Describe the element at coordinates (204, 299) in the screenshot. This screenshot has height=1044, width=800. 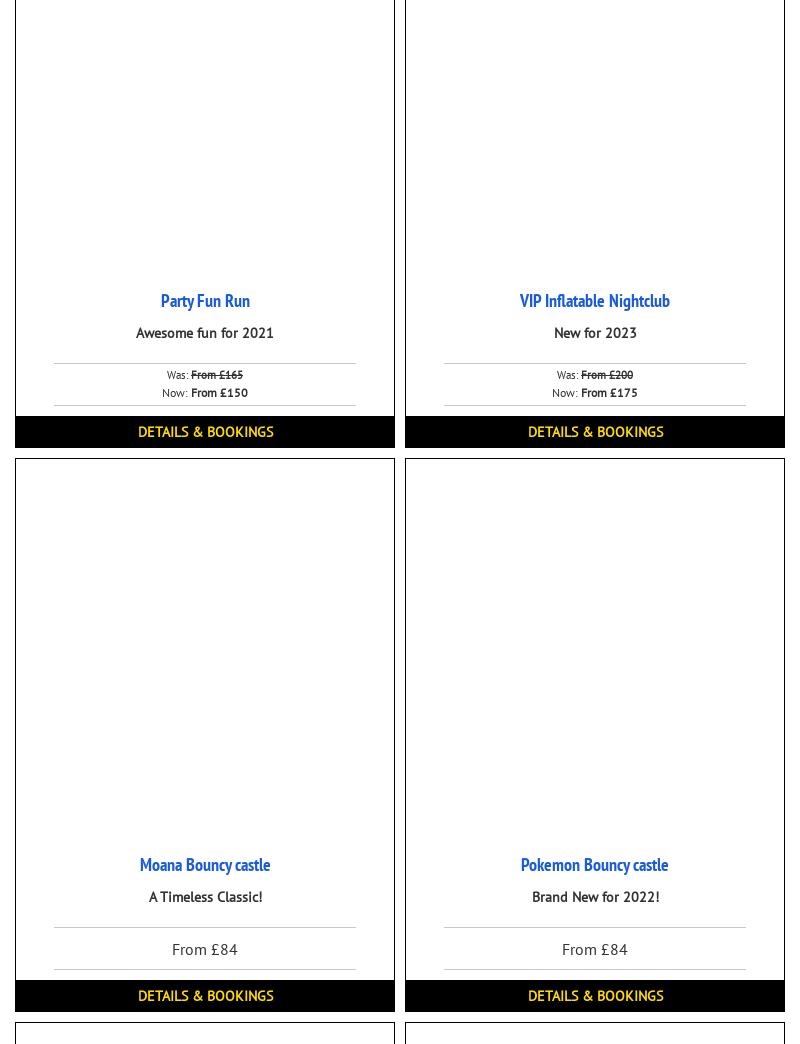
I see `'Party Fun Run'` at that location.